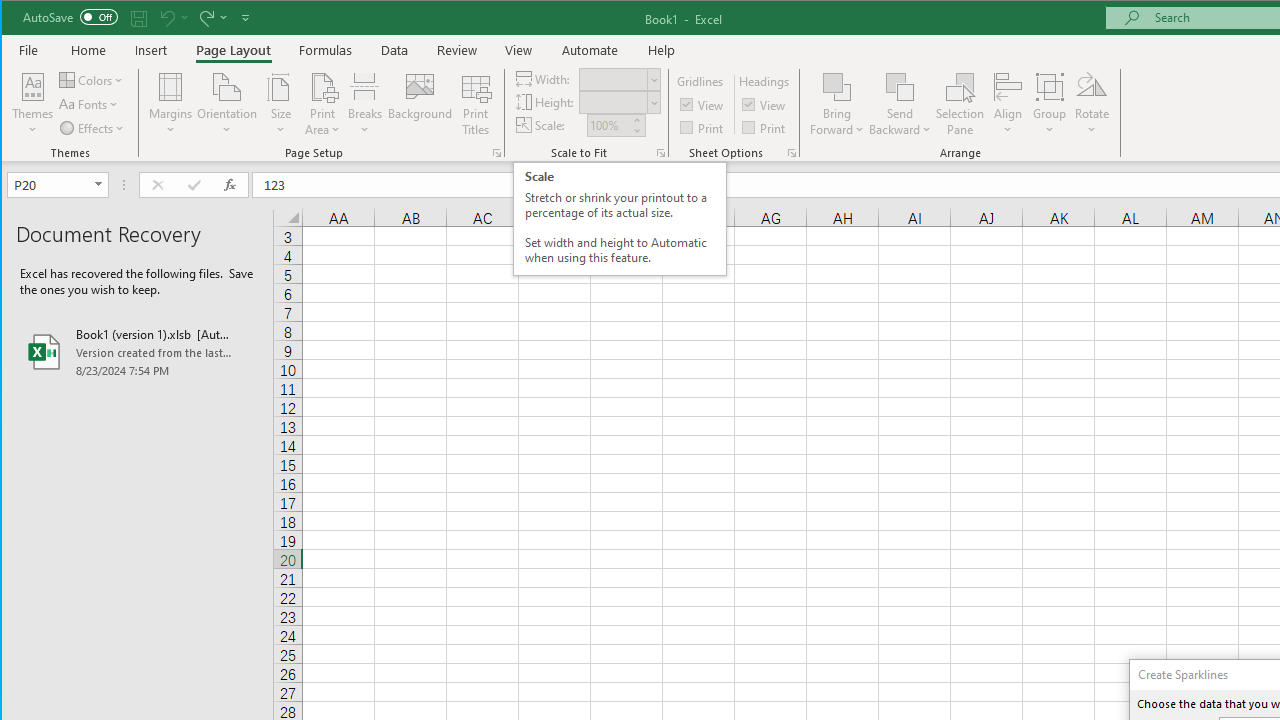 The width and height of the screenshot is (1280, 720). What do you see at coordinates (365, 104) in the screenshot?
I see `'Breaks'` at bounding box center [365, 104].